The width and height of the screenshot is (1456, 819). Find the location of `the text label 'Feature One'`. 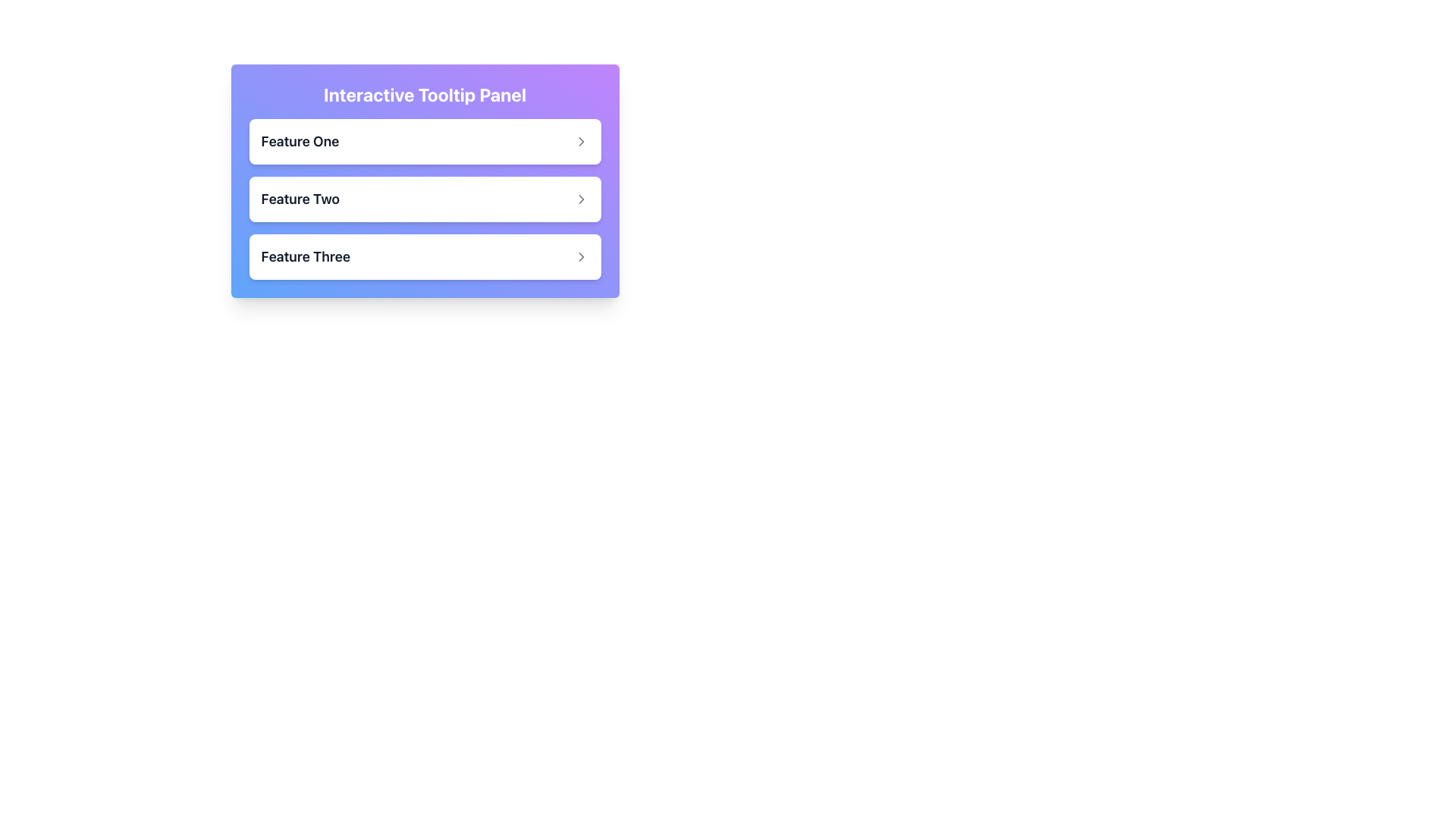

the text label 'Feature One' is located at coordinates (300, 141).